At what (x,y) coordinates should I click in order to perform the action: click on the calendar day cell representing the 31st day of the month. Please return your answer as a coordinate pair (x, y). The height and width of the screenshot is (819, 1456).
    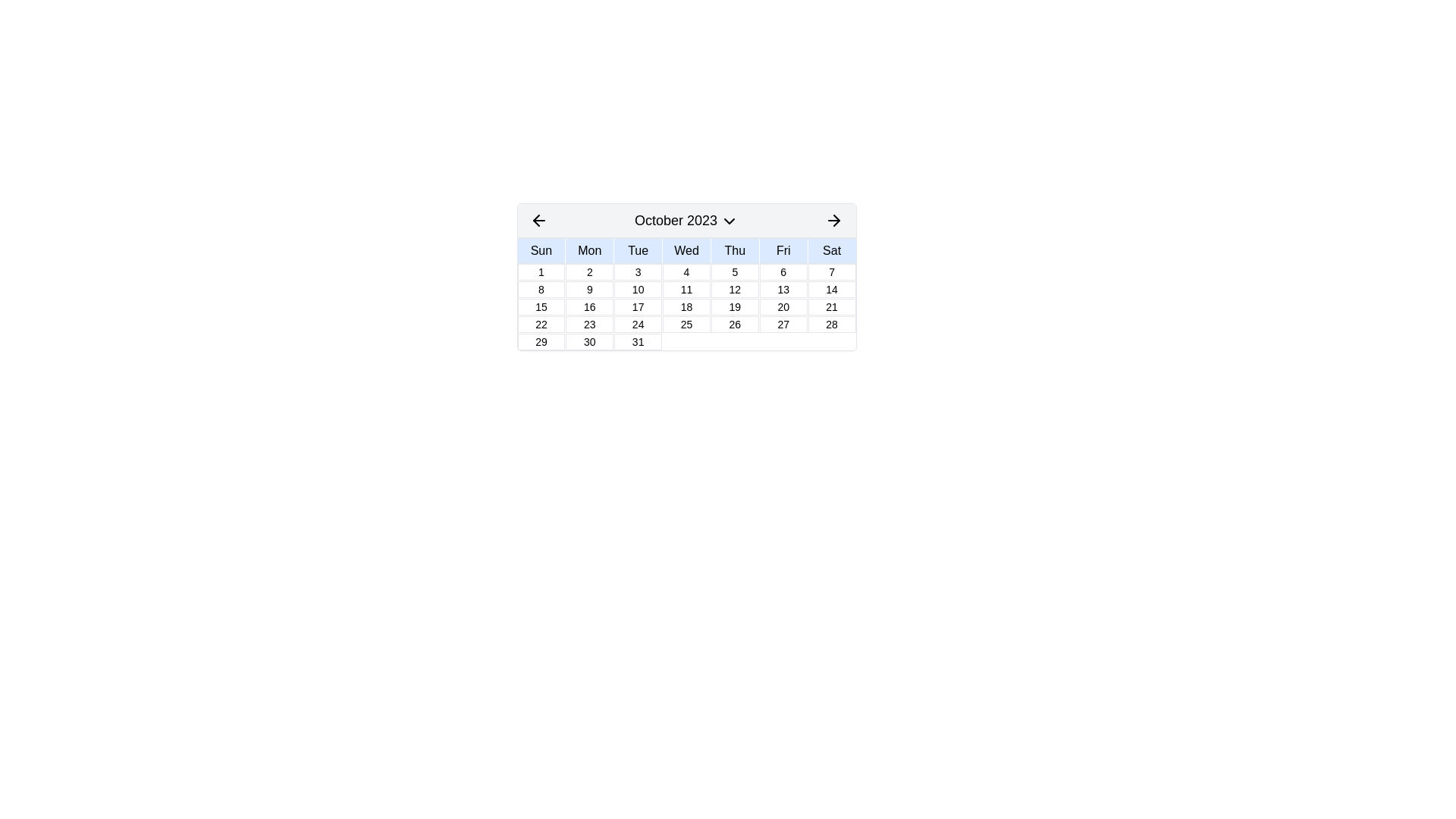
    Looking at the image, I should click on (638, 342).